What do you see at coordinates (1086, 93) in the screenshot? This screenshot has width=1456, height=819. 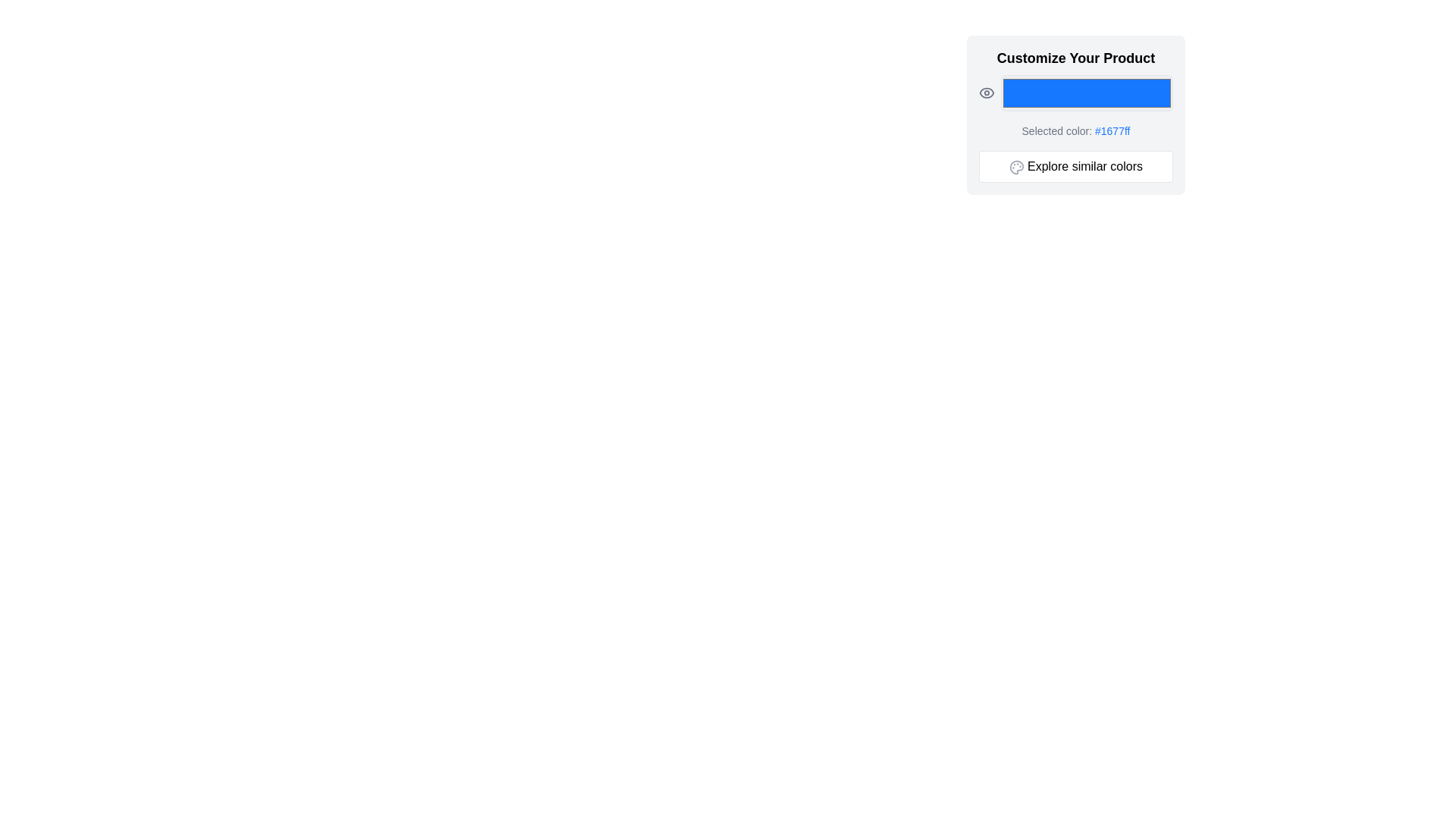 I see `the Color input field` at bounding box center [1086, 93].